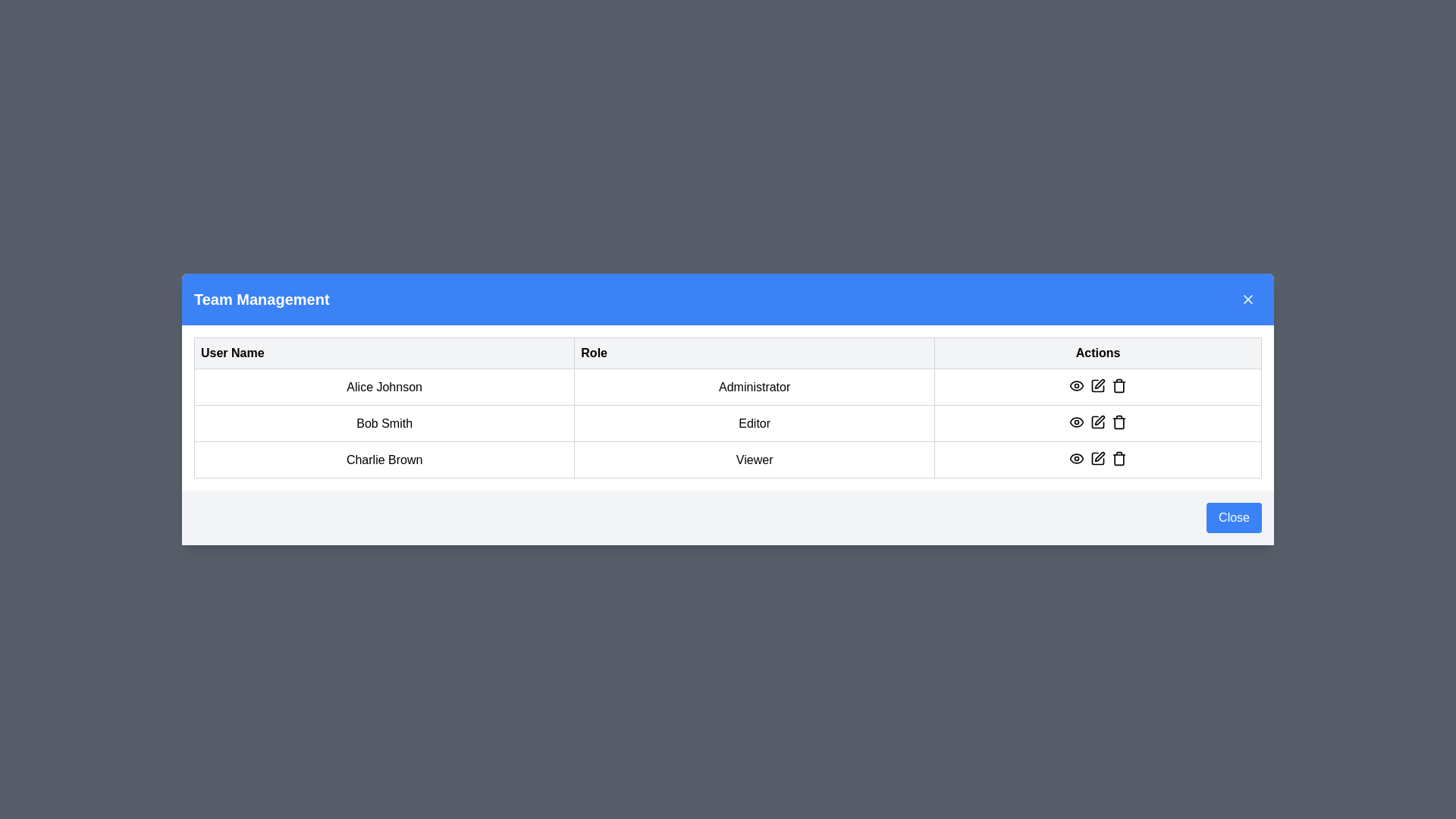 Image resolution: width=1456 pixels, height=819 pixels. What do you see at coordinates (755, 386) in the screenshot?
I see `the 'Administrator' role text label located in the second column of the 'Team Management' table, first row` at bounding box center [755, 386].